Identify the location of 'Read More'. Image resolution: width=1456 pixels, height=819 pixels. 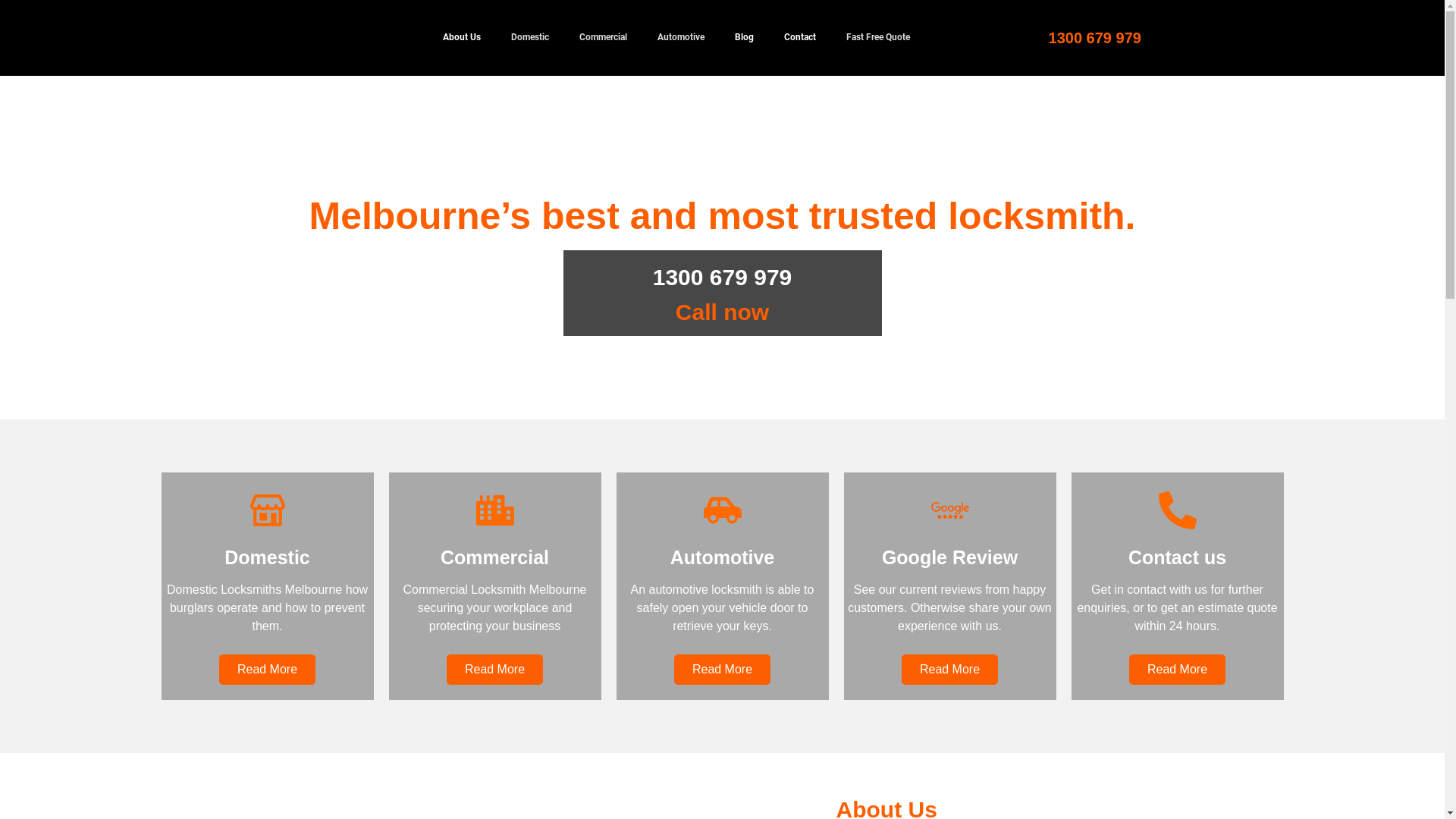
(949, 669).